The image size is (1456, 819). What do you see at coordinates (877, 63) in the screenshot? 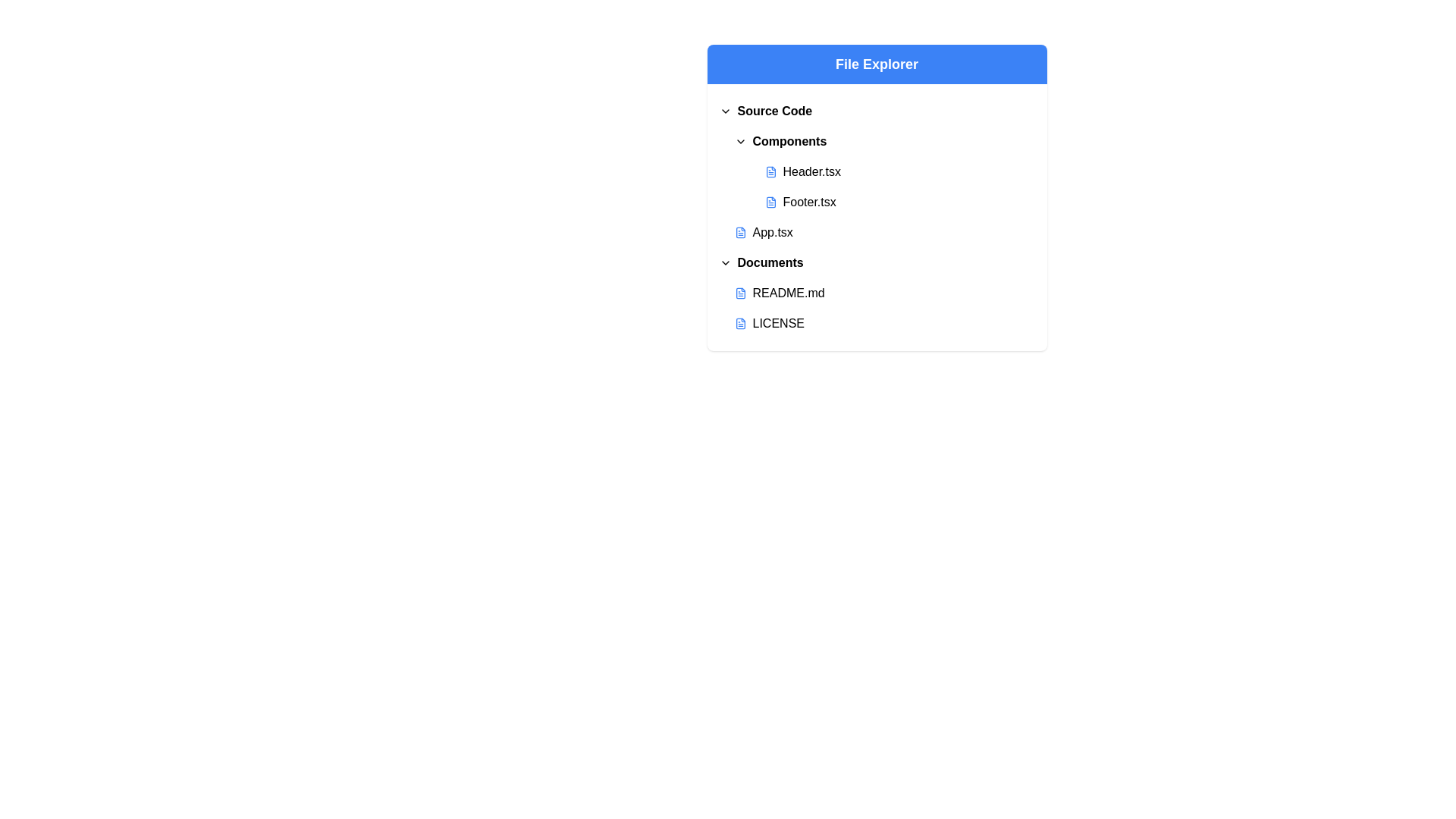
I see `the text label at the top of the panel indicating the name or purpose of the file management section, which has a blue background` at bounding box center [877, 63].